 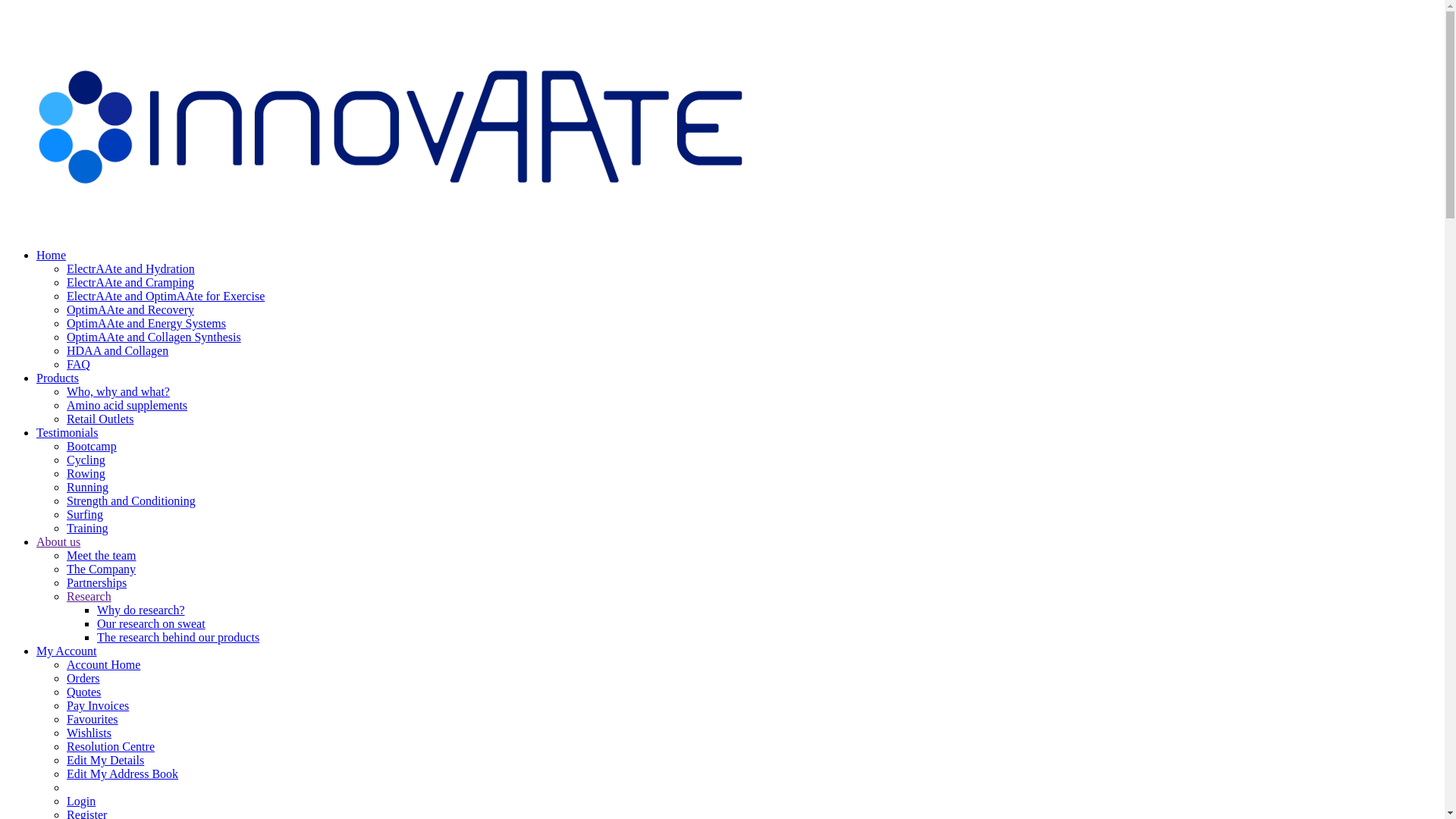 I want to click on 'Pay Invoices', so click(x=97, y=705).